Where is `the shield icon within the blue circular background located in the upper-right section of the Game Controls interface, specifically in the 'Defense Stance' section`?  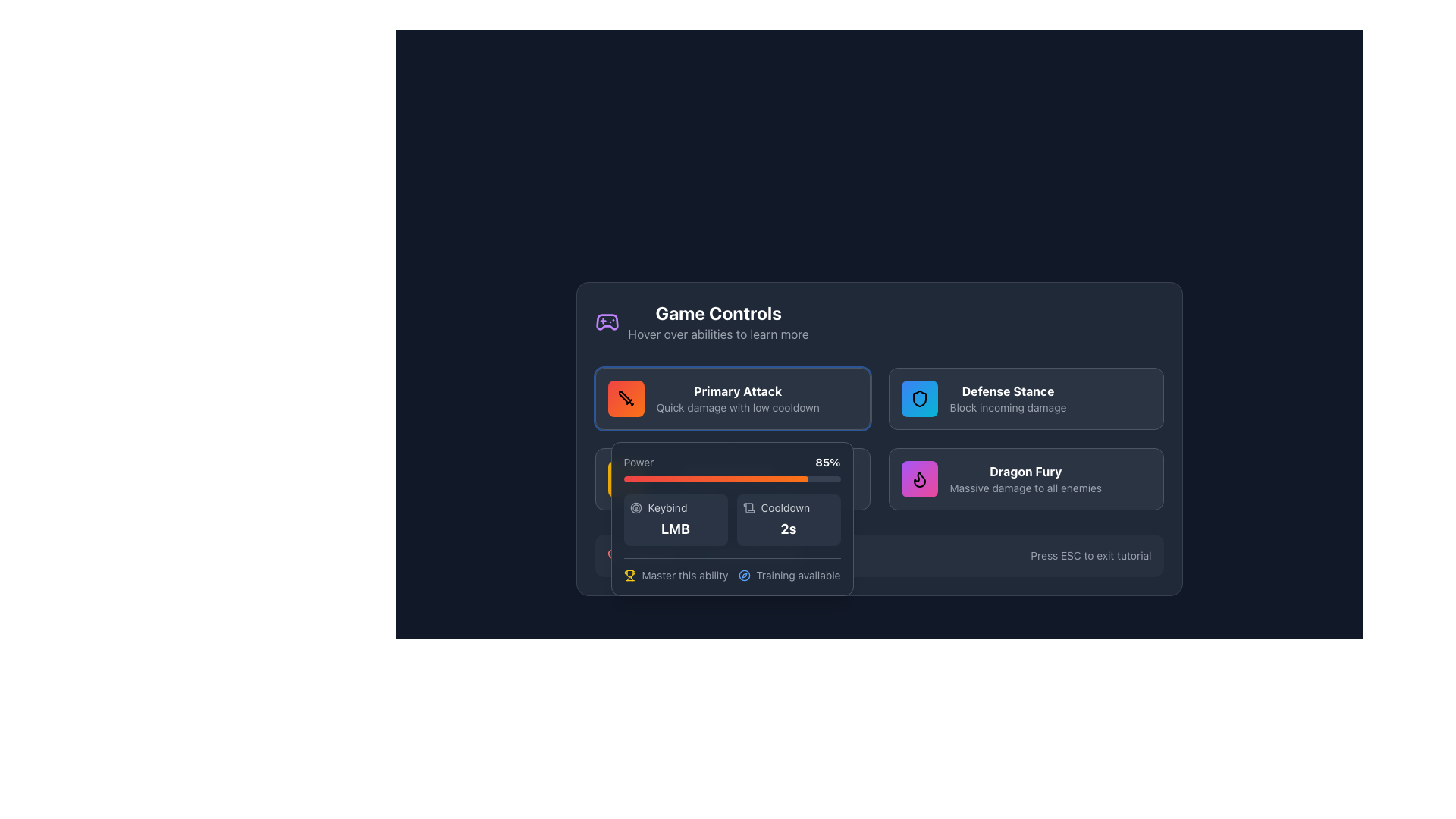
the shield icon within the blue circular background located in the upper-right section of the Game Controls interface, specifically in the 'Defense Stance' section is located at coordinates (918, 397).